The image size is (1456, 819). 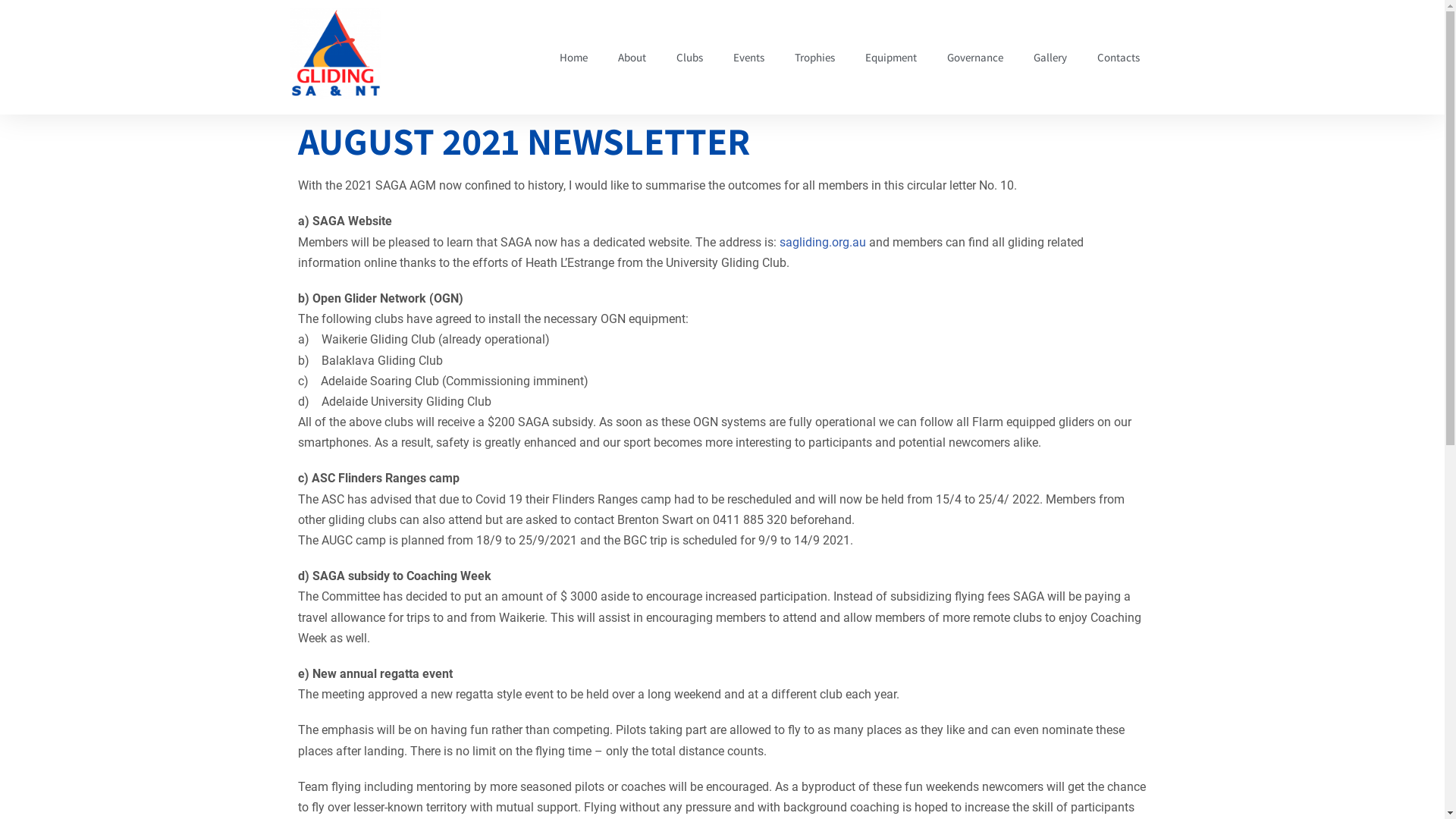 What do you see at coordinates (890, 57) in the screenshot?
I see `'Equipment'` at bounding box center [890, 57].